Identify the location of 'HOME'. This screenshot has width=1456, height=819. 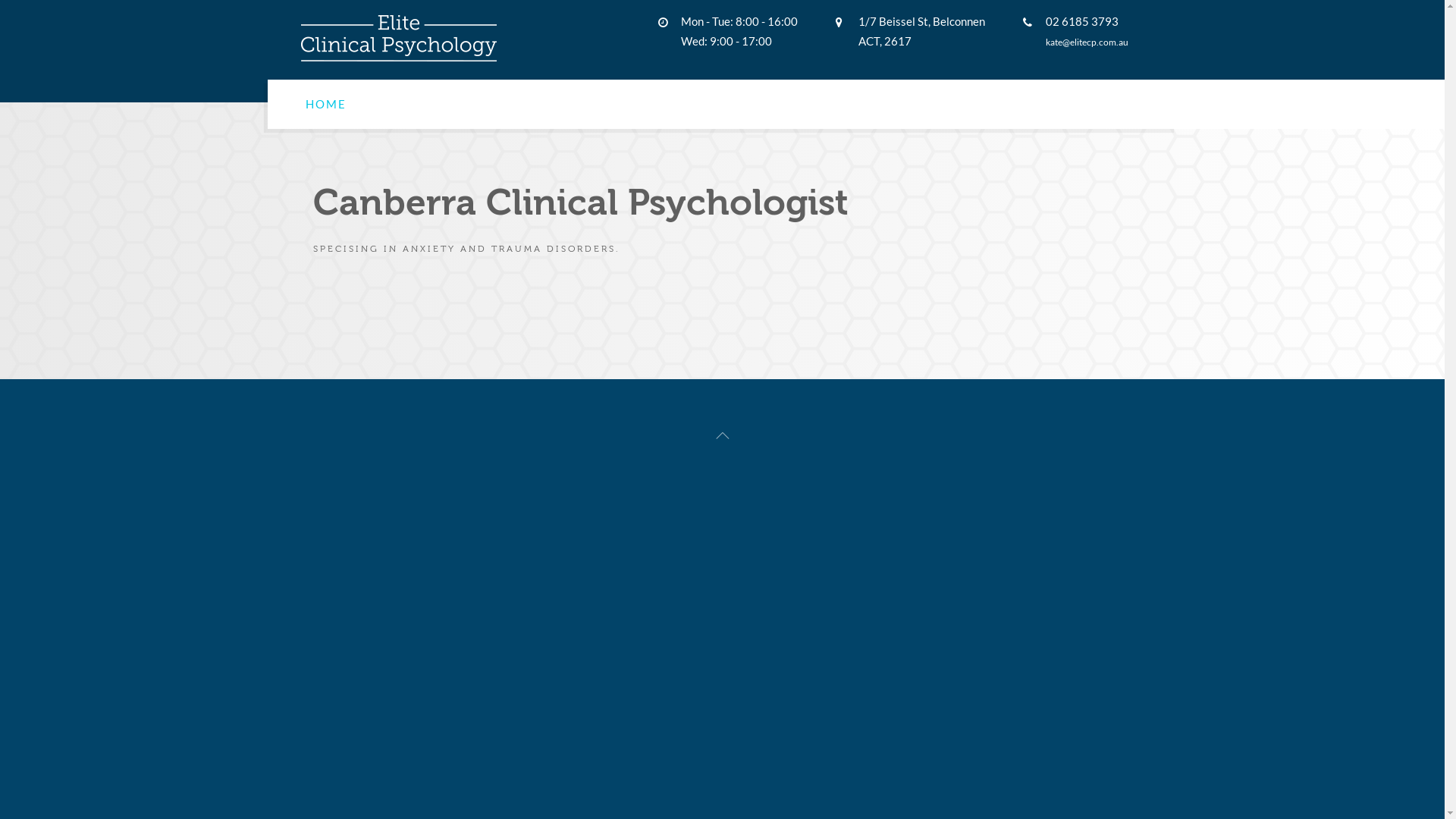
(324, 103).